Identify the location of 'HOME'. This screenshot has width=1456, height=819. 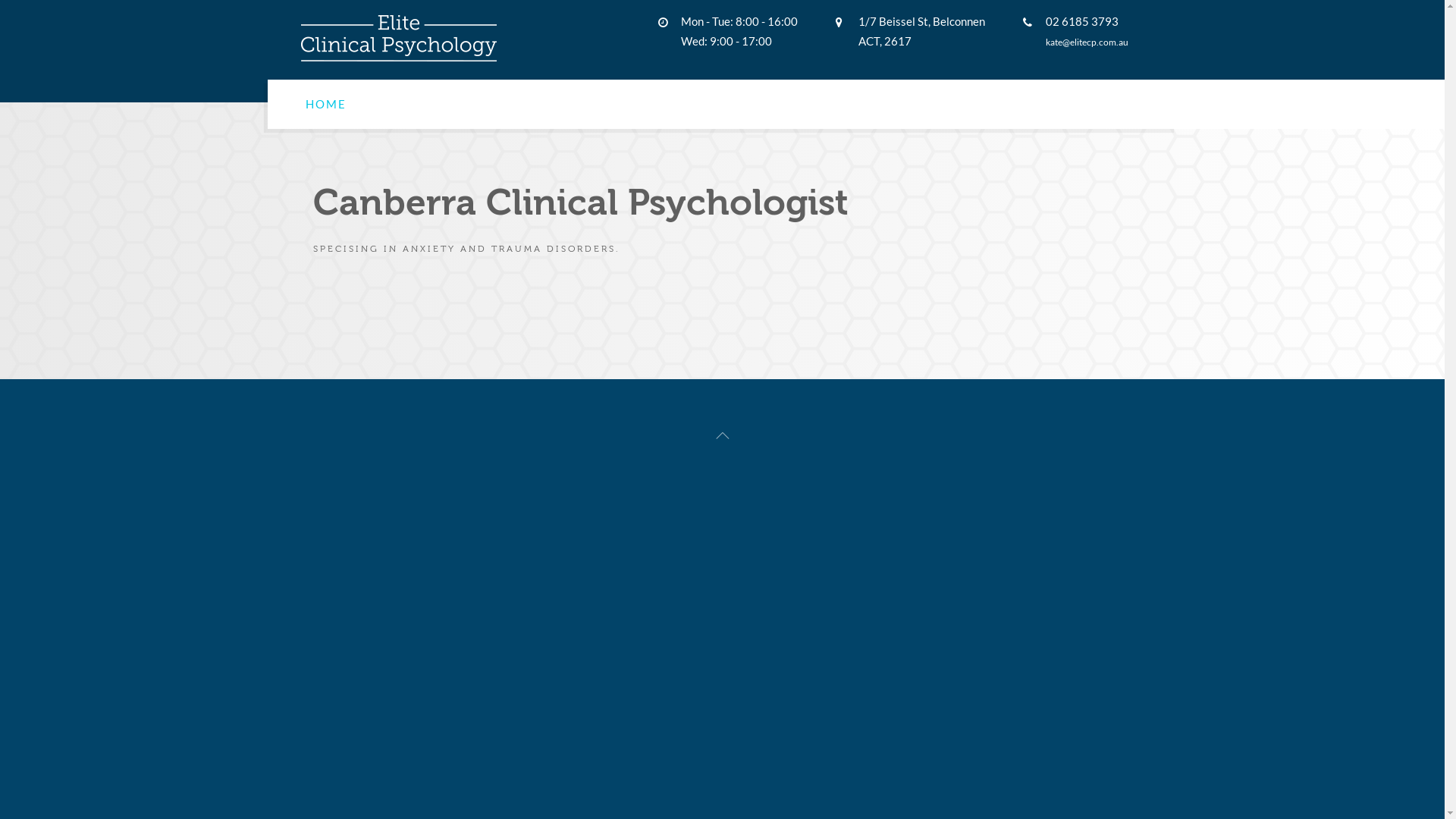
(324, 103).